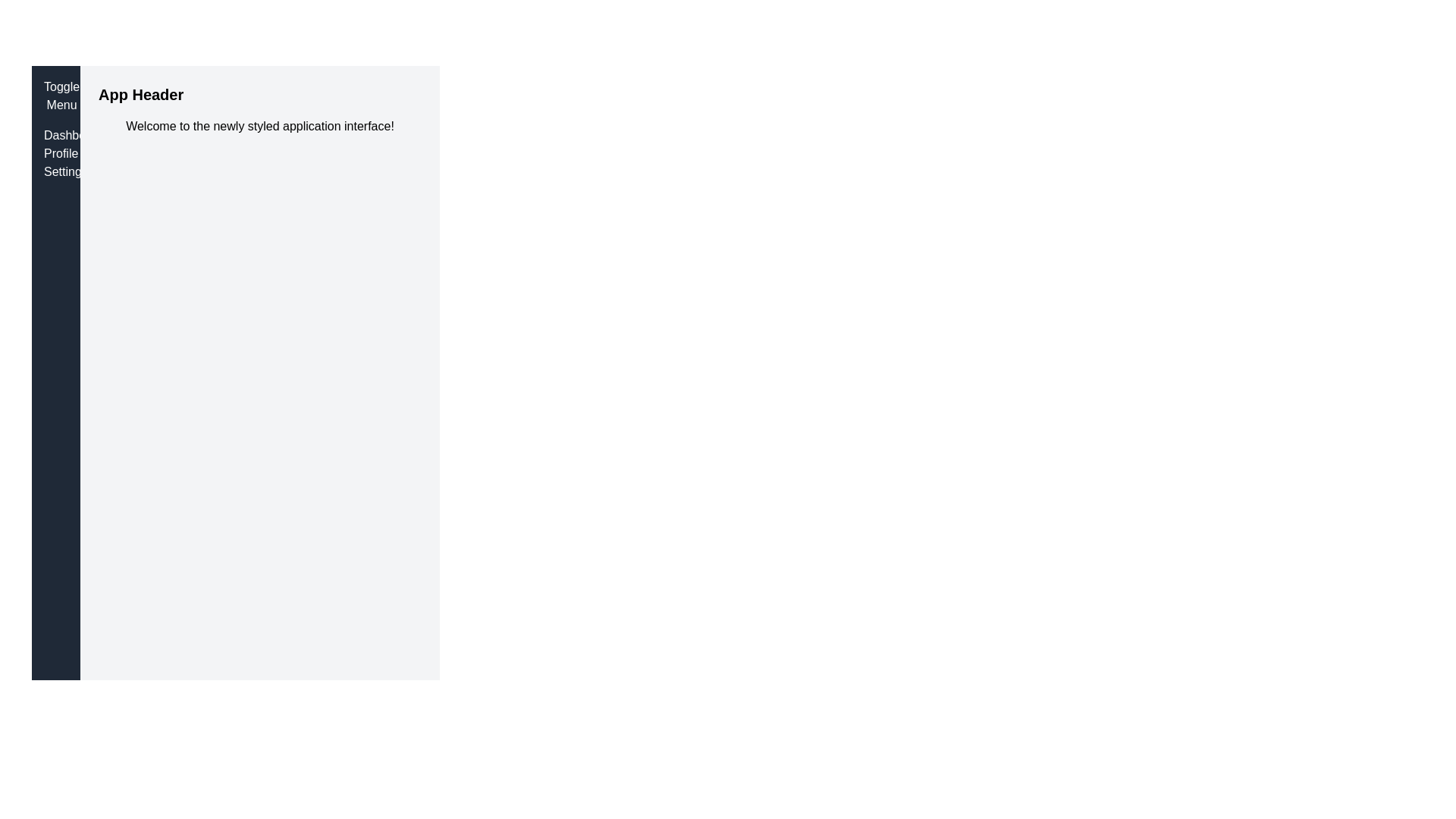 The height and width of the screenshot is (819, 1456). Describe the element at coordinates (259, 125) in the screenshot. I see `the static text block that serves as an informational header or subtitle, positioned directly under 'App Header' and emphasizing the new design aspects` at that location.